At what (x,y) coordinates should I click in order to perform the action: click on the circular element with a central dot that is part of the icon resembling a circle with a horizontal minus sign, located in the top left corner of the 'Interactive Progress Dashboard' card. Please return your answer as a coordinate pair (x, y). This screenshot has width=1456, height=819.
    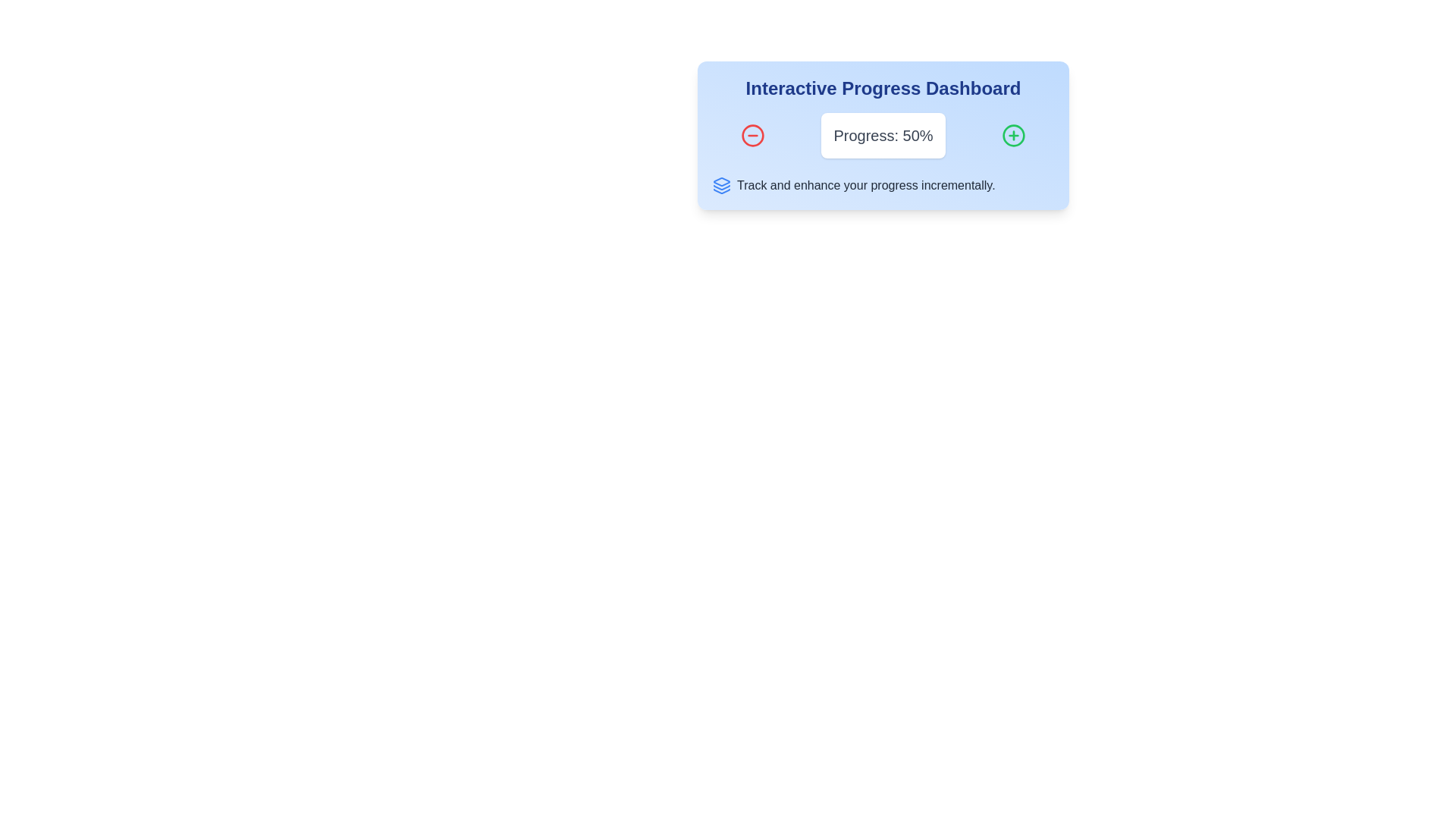
    Looking at the image, I should click on (753, 134).